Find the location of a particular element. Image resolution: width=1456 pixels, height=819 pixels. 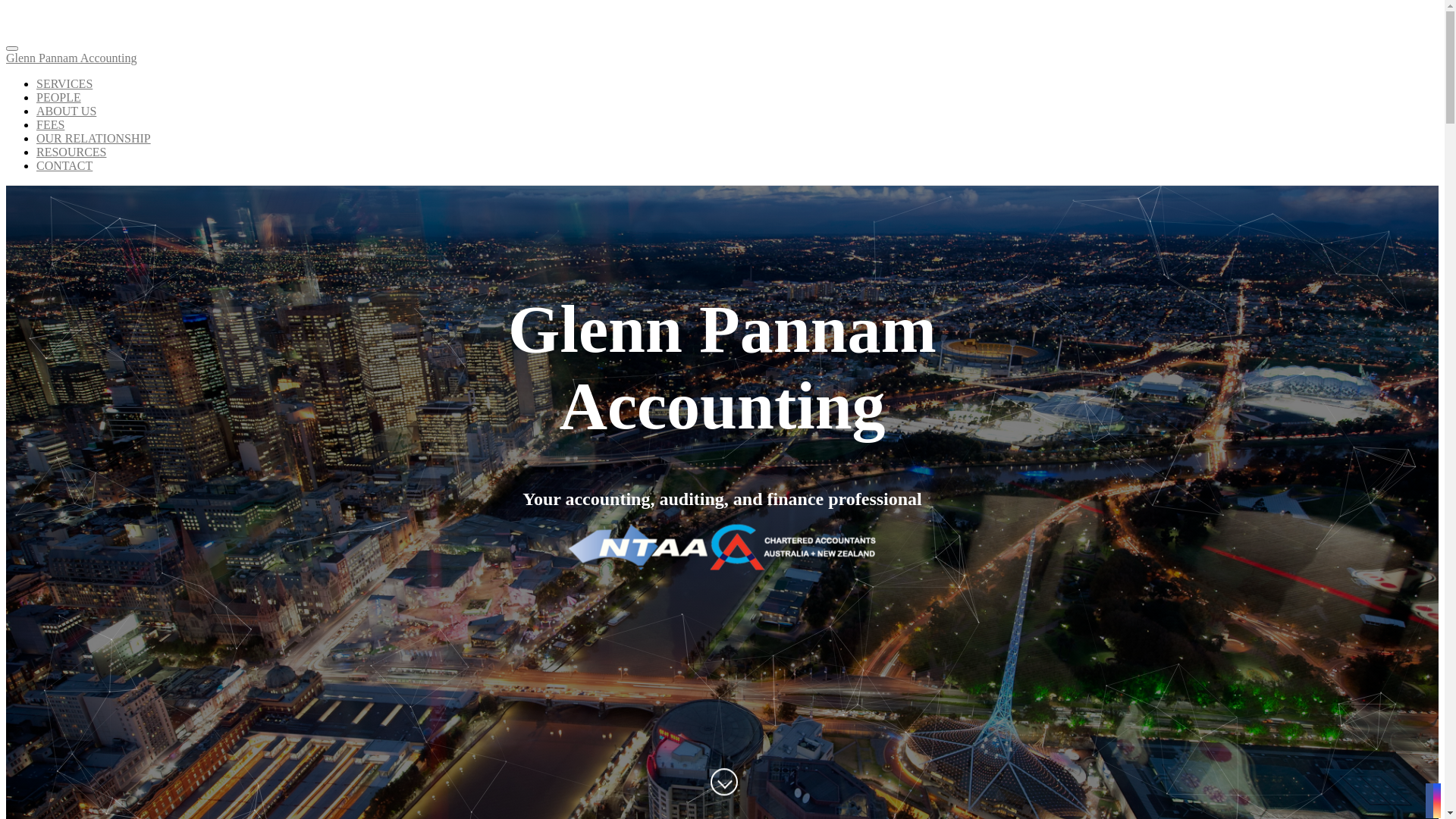

'ABOUT US' is located at coordinates (65, 110).